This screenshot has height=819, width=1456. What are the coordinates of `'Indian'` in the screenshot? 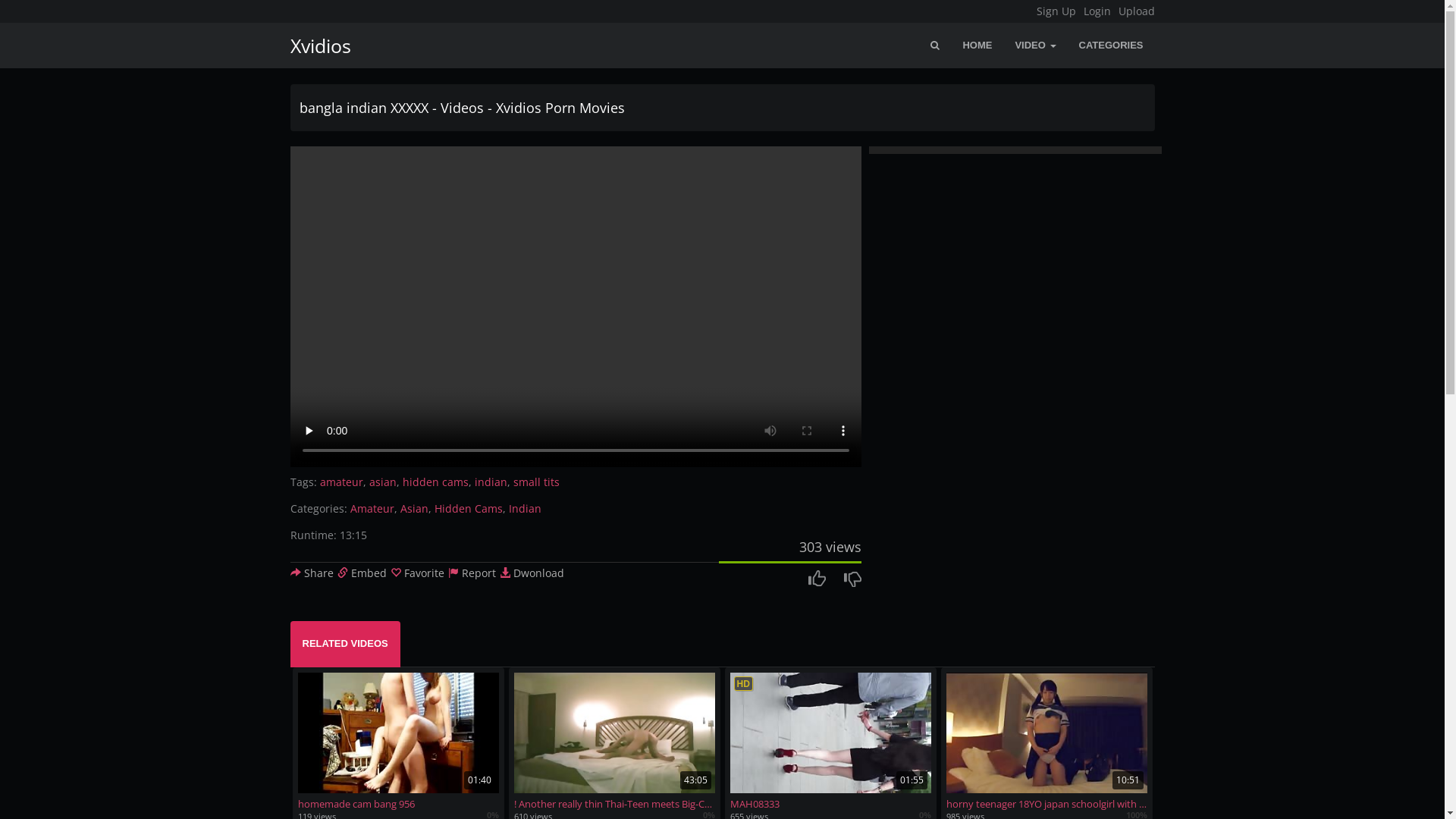 It's located at (524, 508).